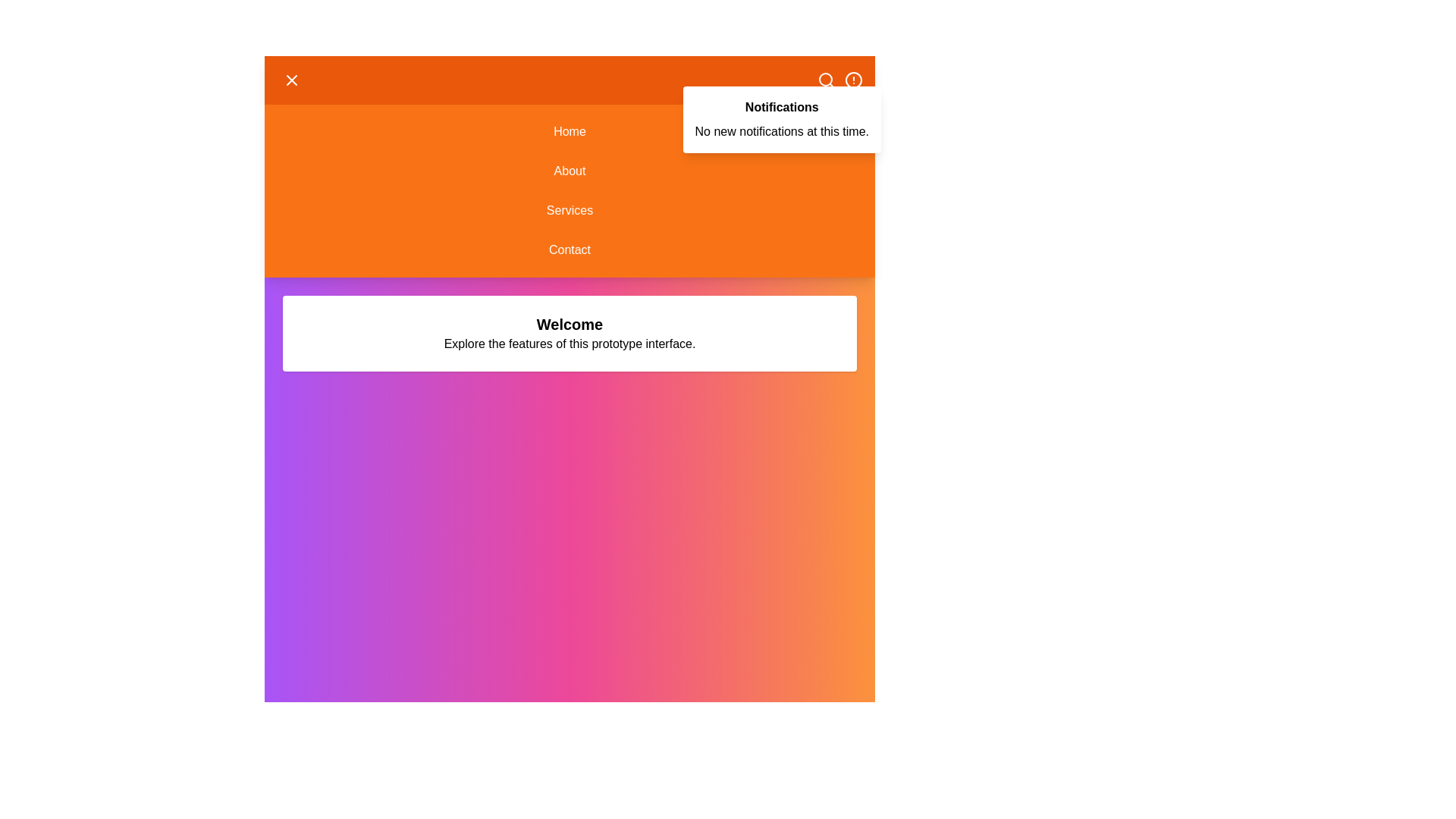 The image size is (1456, 819). What do you see at coordinates (569, 130) in the screenshot?
I see `the Home menu option` at bounding box center [569, 130].